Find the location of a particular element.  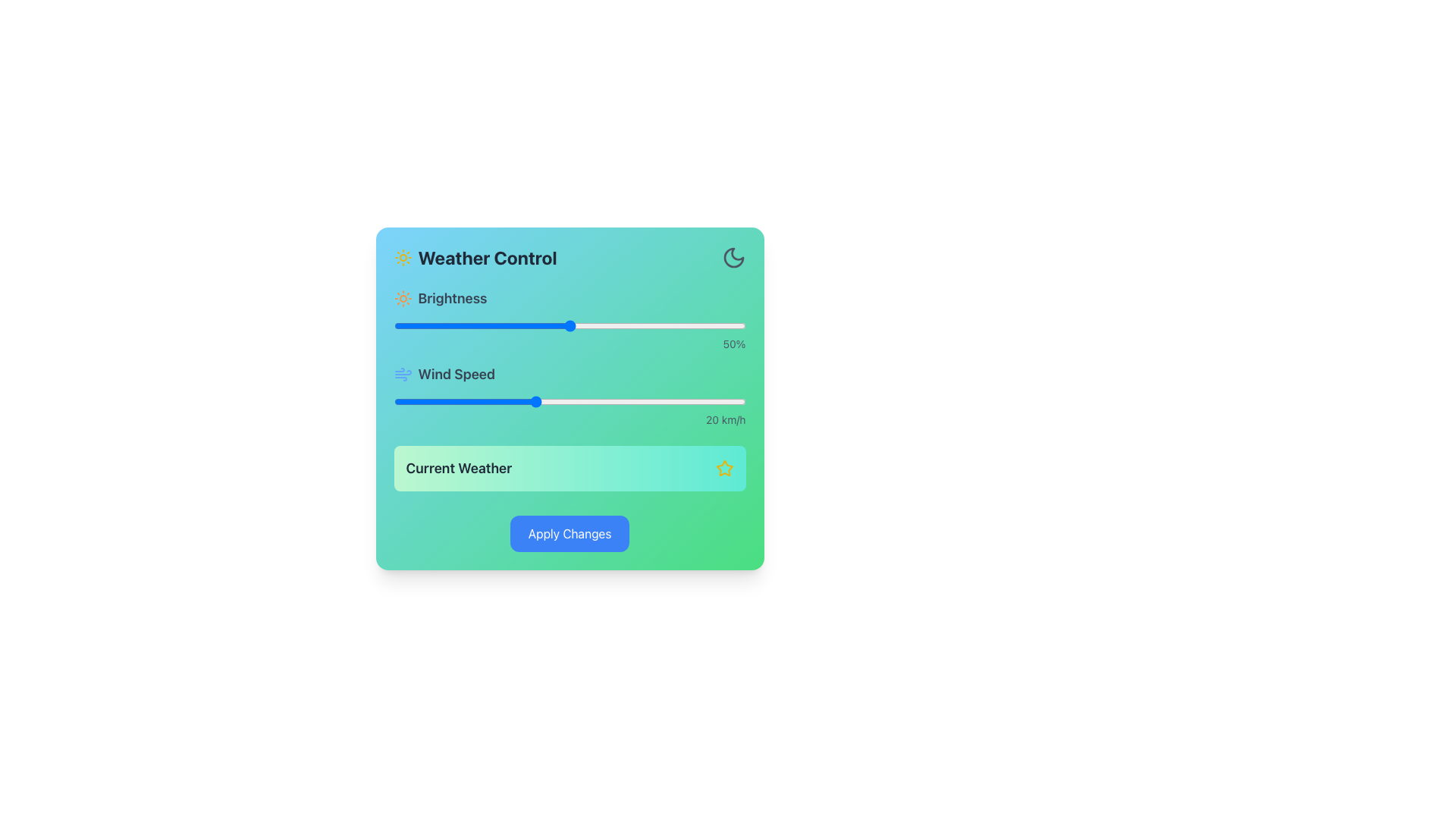

the brightness level is located at coordinates (554, 325).